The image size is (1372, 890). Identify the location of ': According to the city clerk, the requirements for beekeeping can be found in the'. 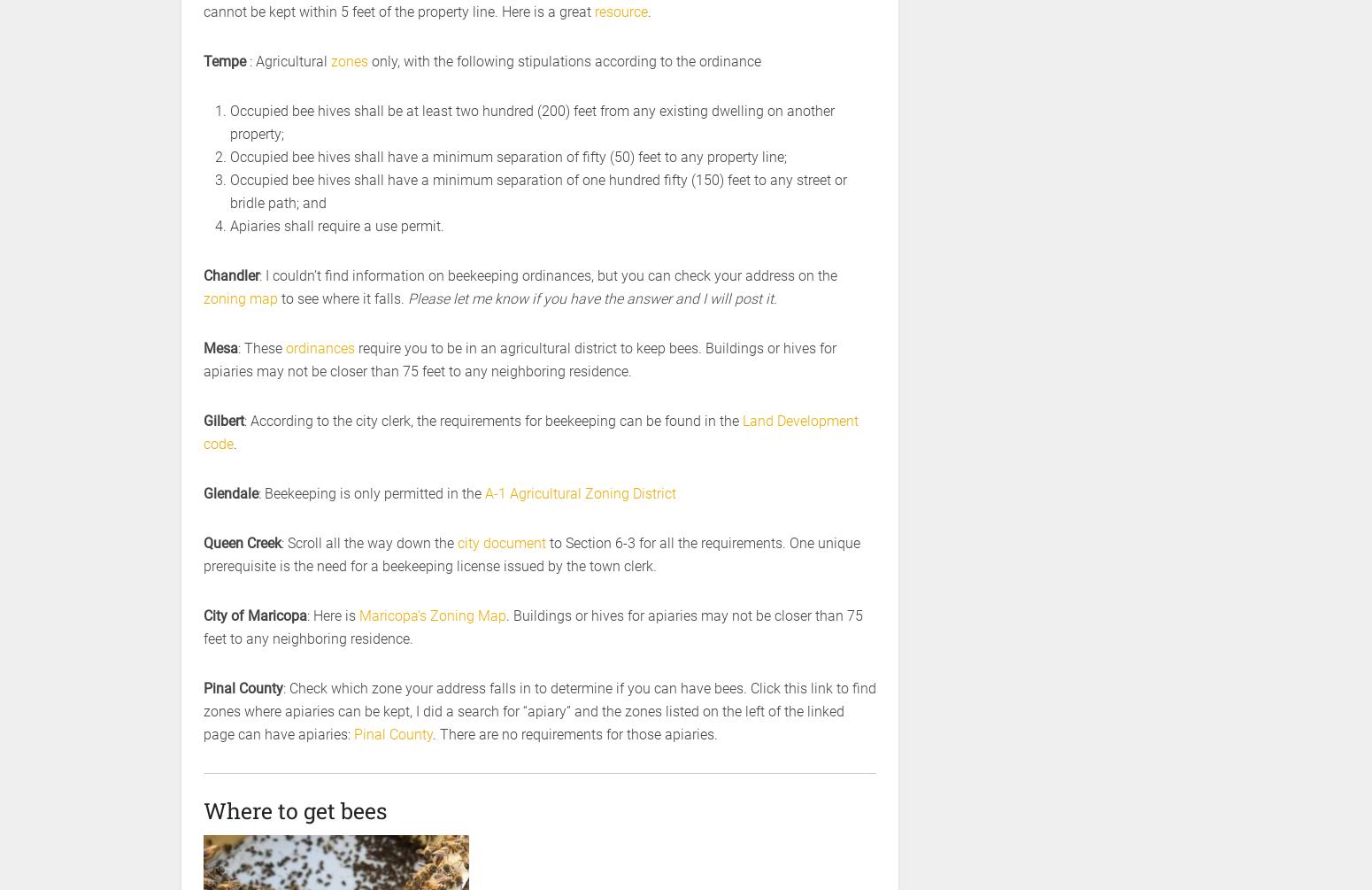
(244, 421).